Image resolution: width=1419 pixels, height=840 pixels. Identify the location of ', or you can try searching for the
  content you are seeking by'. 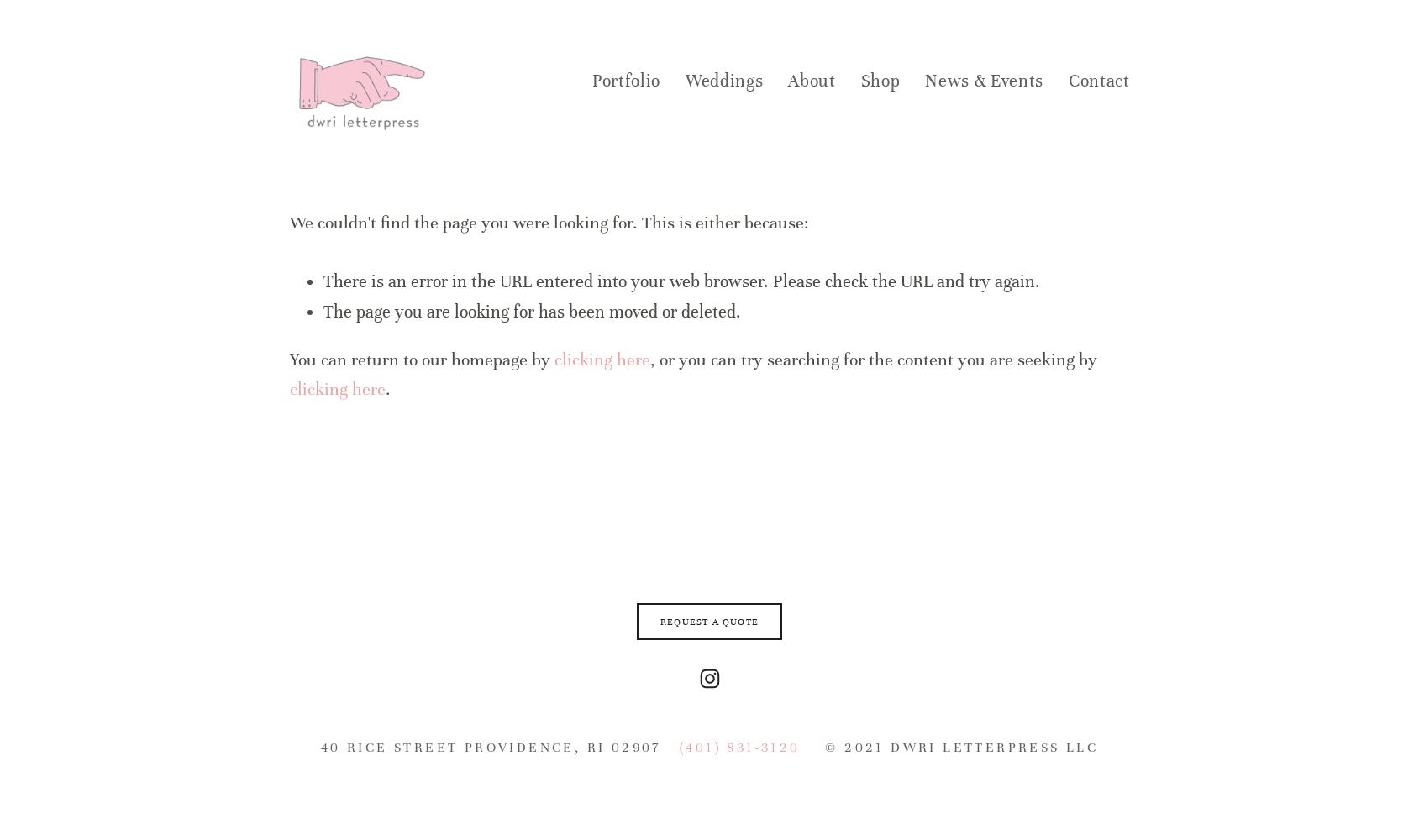
(873, 359).